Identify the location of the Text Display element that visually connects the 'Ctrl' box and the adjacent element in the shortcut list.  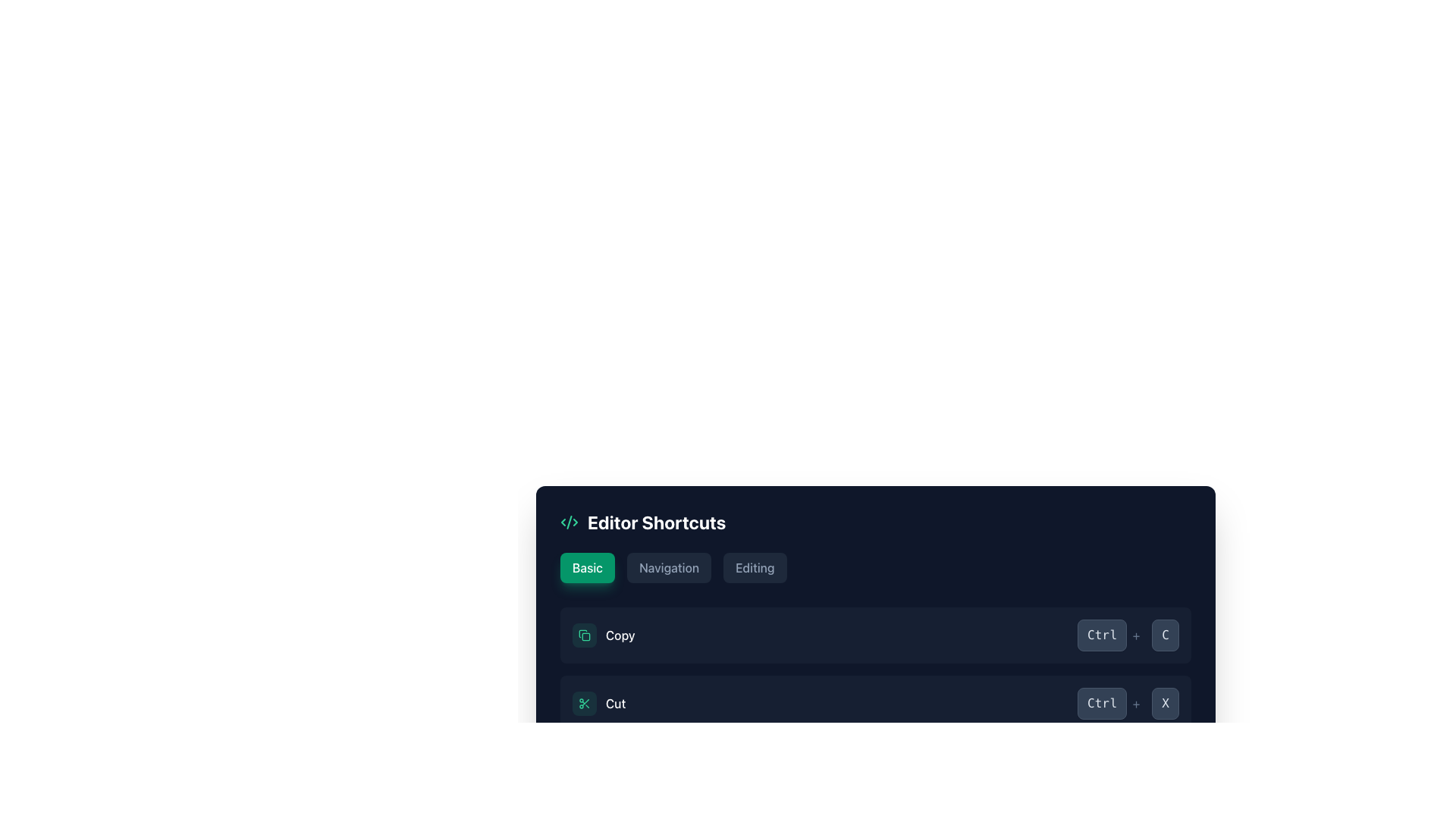
(1136, 635).